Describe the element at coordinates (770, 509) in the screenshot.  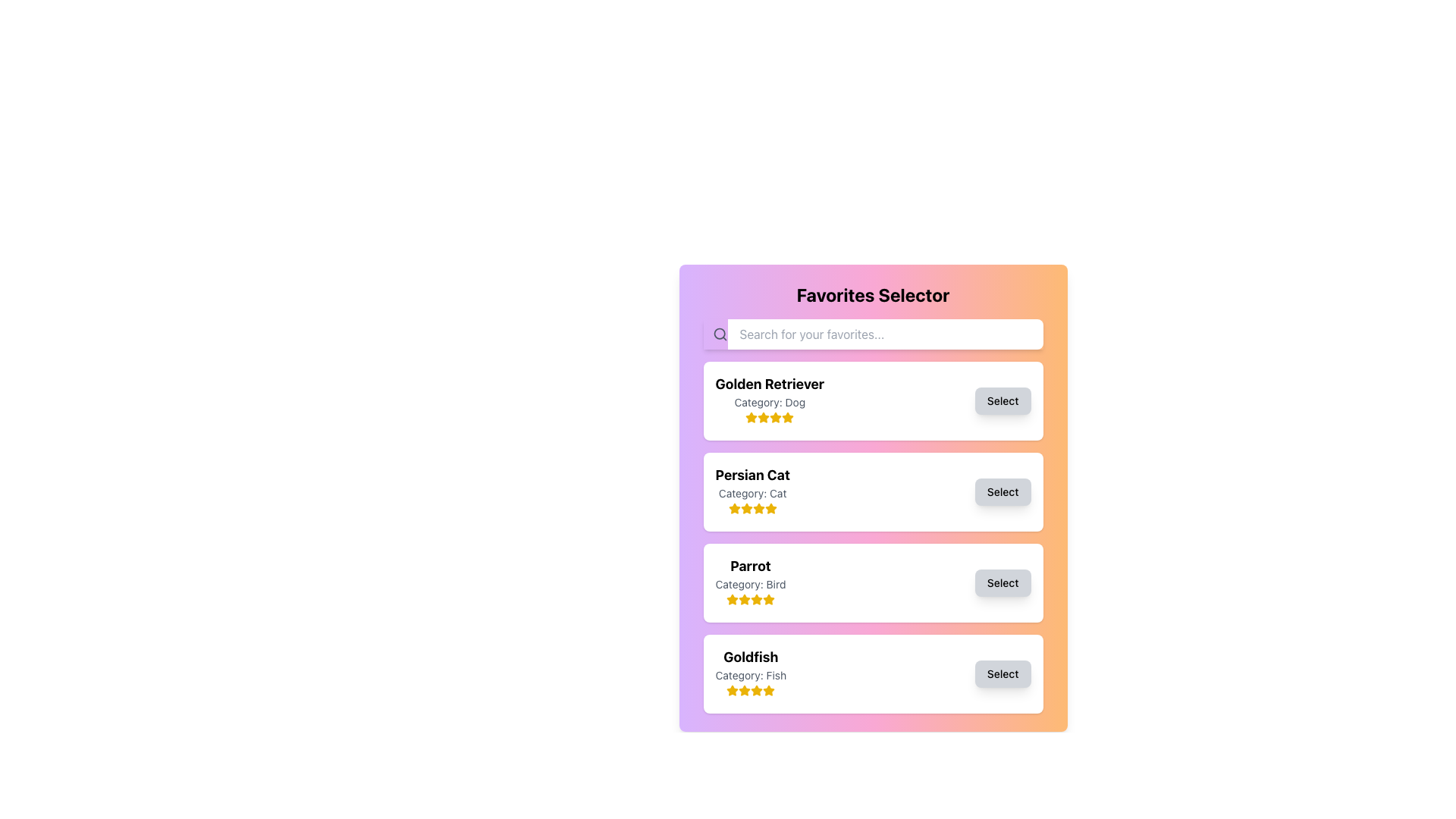
I see `the fourth yellow star-shaped icon in the 'Persian Cat' row, which serves as a rating graphic` at that location.